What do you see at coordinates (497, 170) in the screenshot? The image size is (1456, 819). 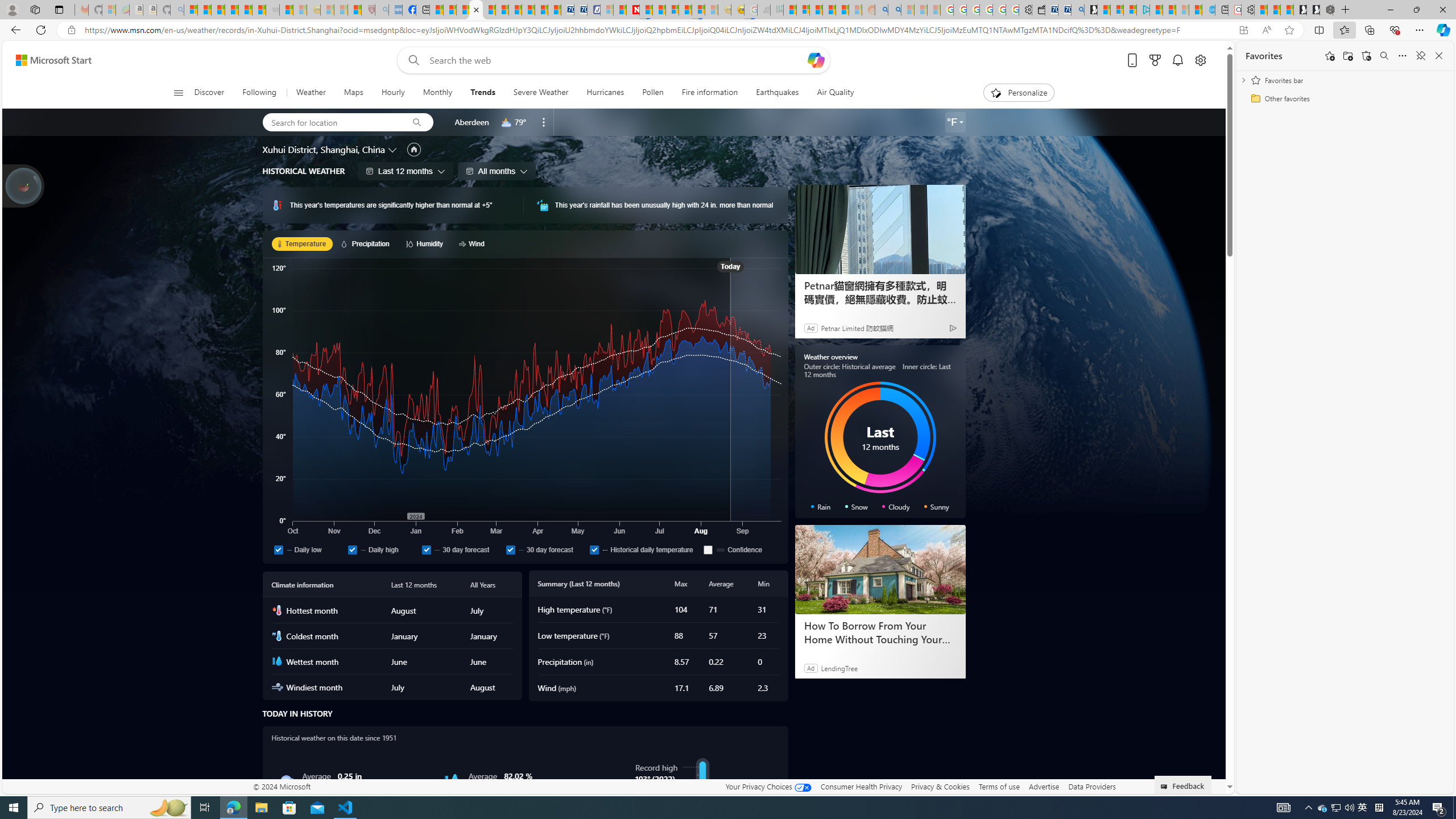 I see `'All months'` at bounding box center [497, 170].